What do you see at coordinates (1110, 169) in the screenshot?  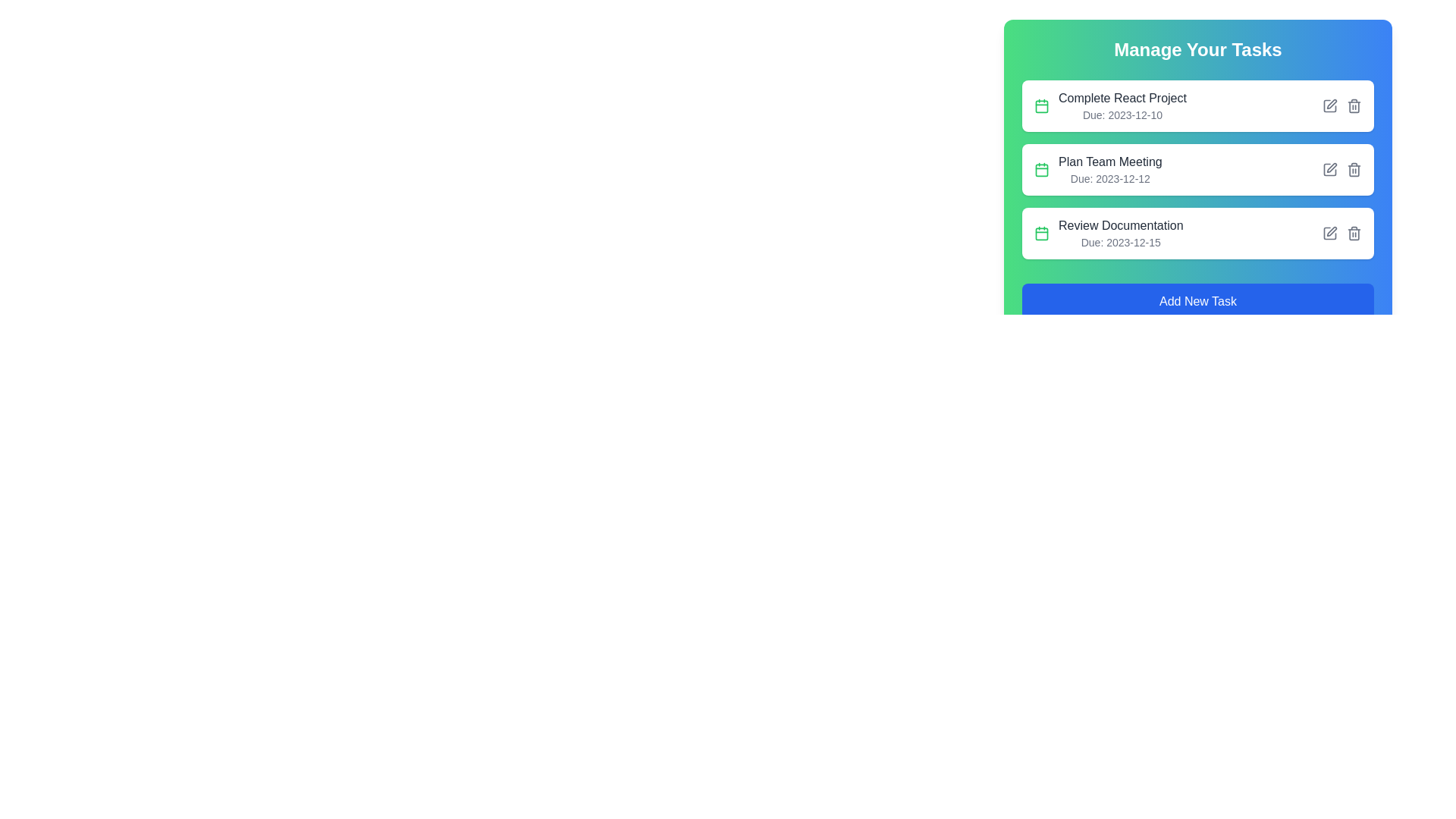 I see `or click the text block titled 'Plan Team Meeting'` at bounding box center [1110, 169].